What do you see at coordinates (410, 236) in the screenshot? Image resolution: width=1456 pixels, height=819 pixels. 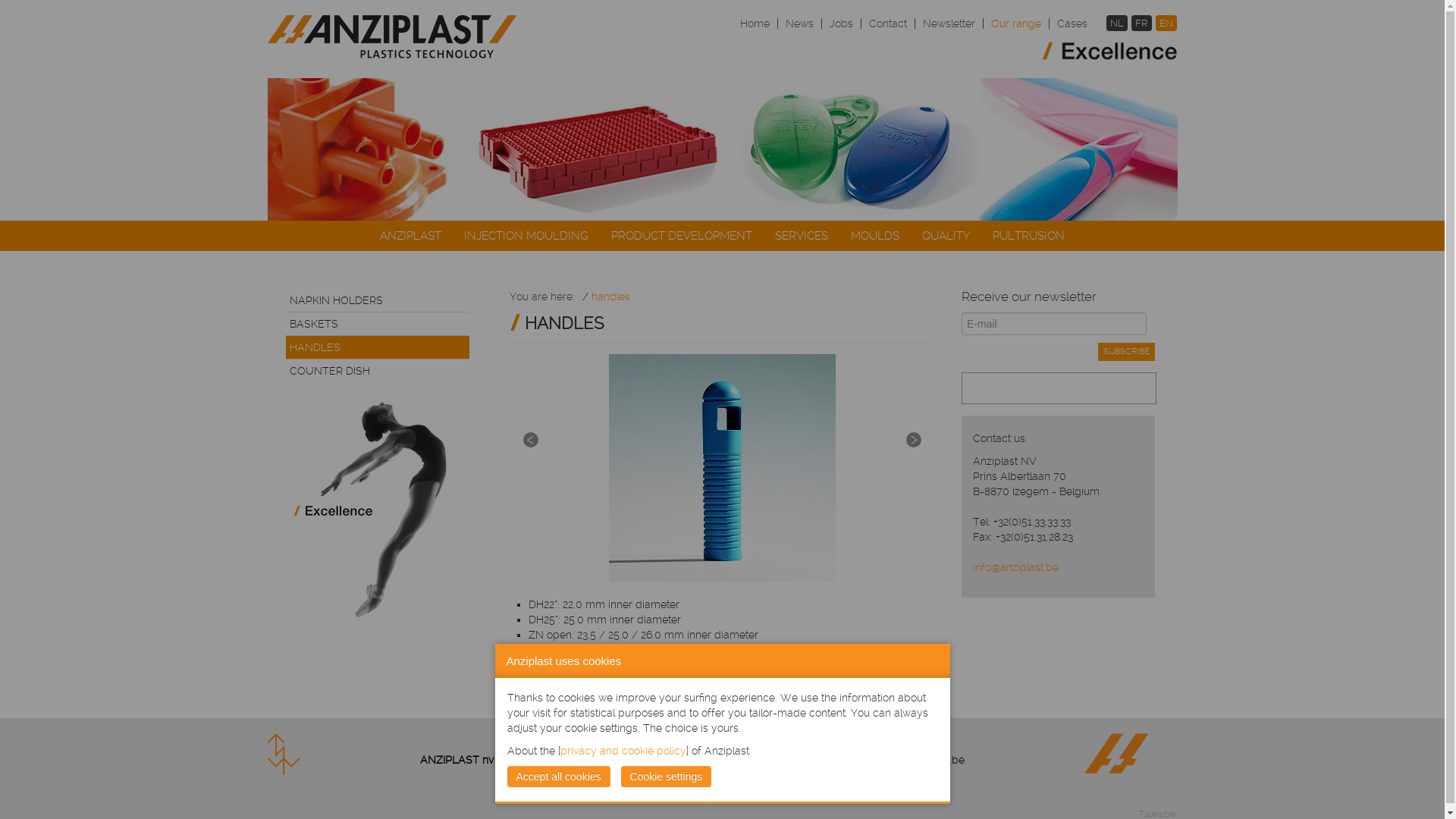 I see `'ANZIPLAST'` at bounding box center [410, 236].